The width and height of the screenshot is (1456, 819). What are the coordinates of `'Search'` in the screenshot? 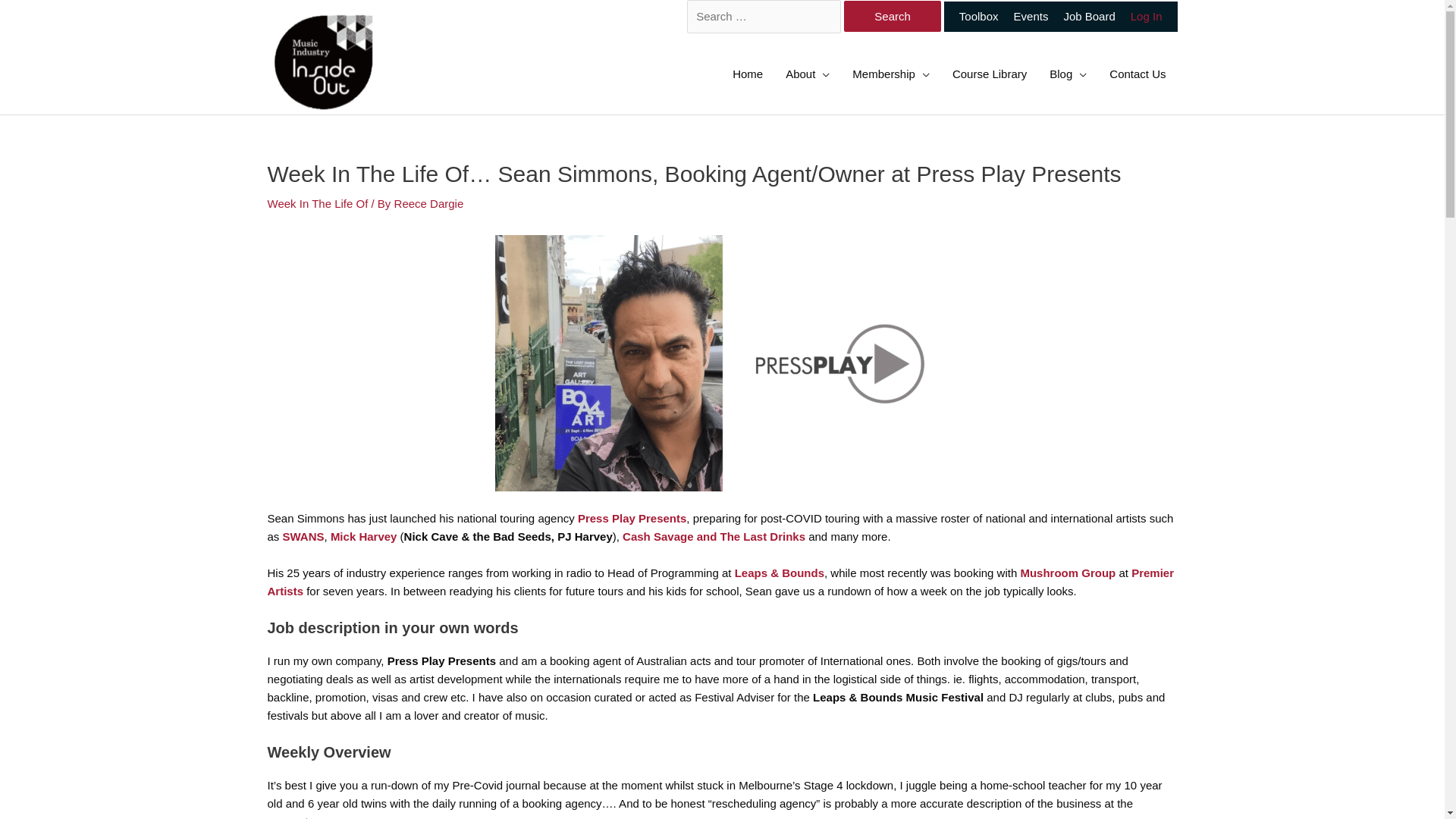 It's located at (892, 16).